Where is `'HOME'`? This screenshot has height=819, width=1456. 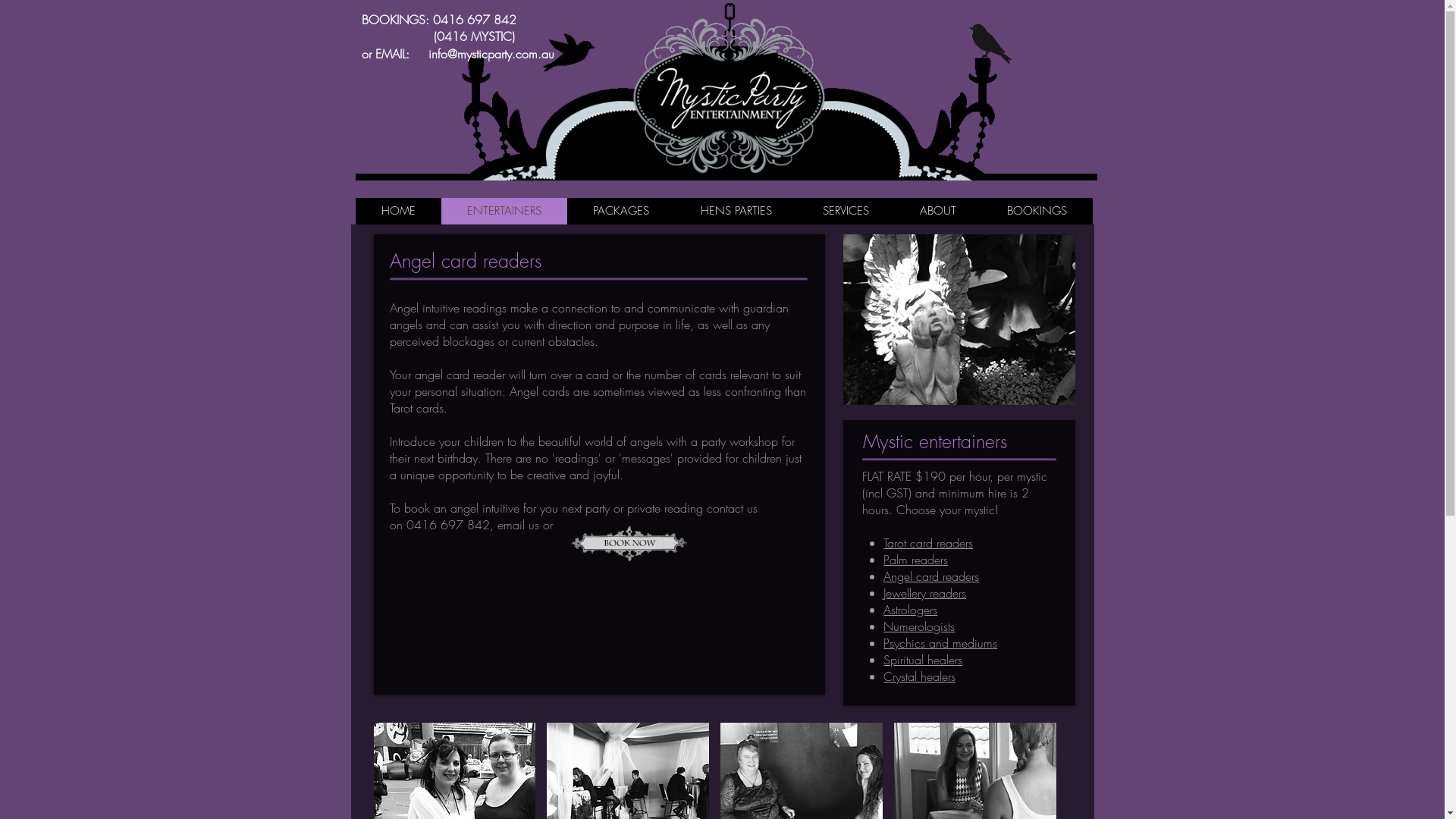
'HOME' is located at coordinates (397, 211).